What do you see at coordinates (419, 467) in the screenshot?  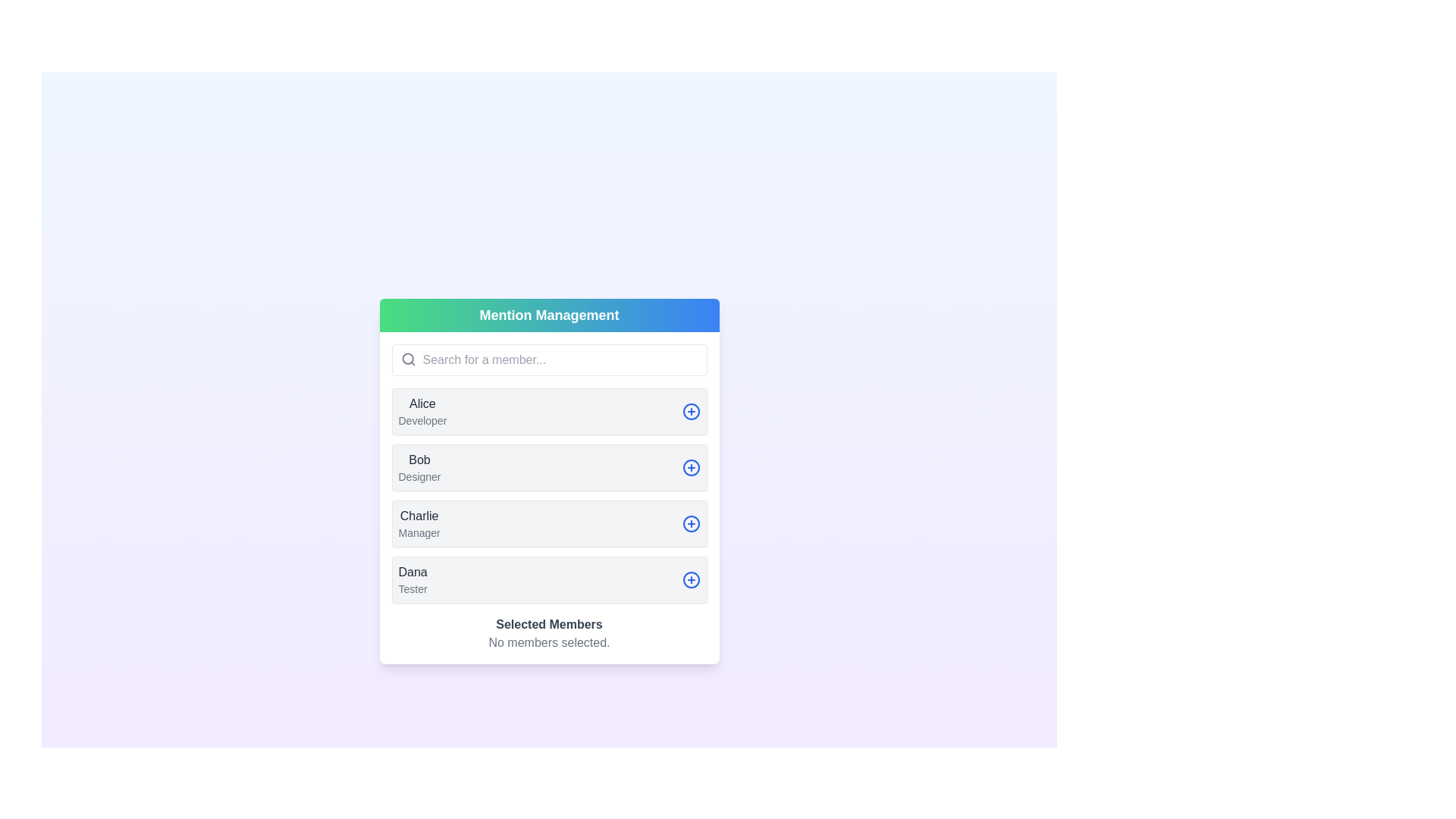 I see `the static text display representing the second user entry in the member list, located below the 'Alice' item` at bounding box center [419, 467].